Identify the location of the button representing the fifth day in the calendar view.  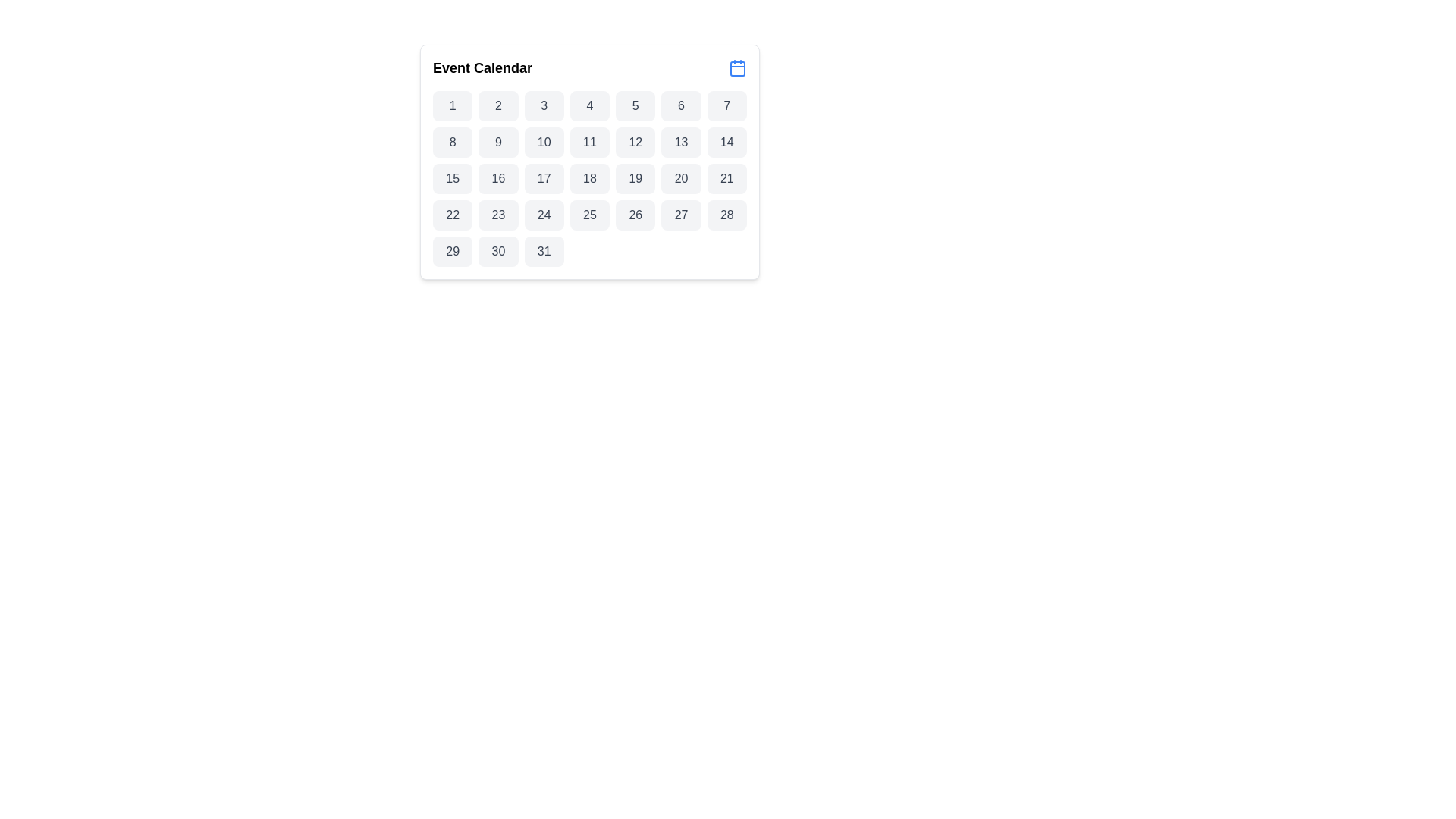
(635, 105).